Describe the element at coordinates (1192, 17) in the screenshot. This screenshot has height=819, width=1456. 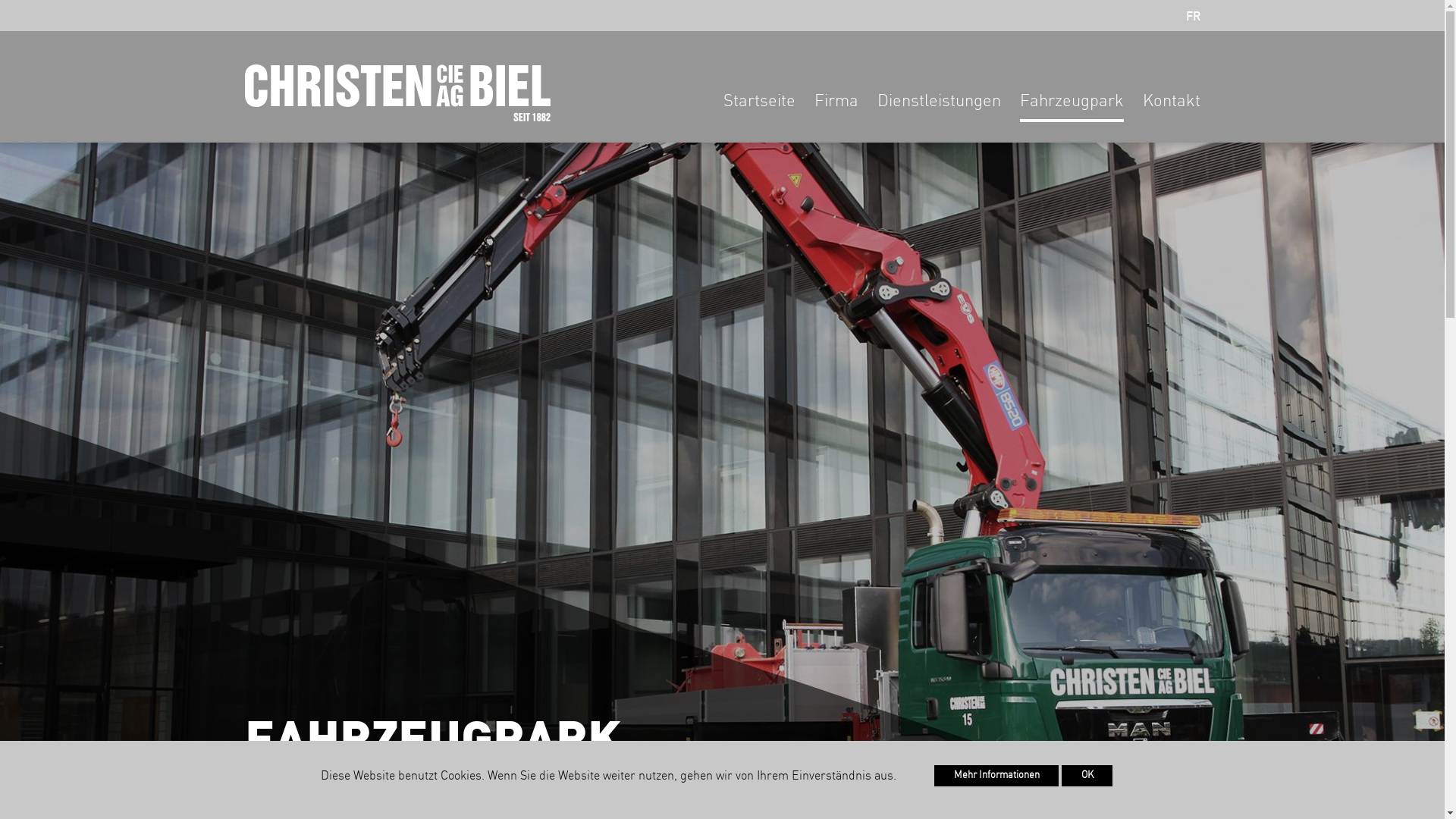
I see `'FR'` at that location.